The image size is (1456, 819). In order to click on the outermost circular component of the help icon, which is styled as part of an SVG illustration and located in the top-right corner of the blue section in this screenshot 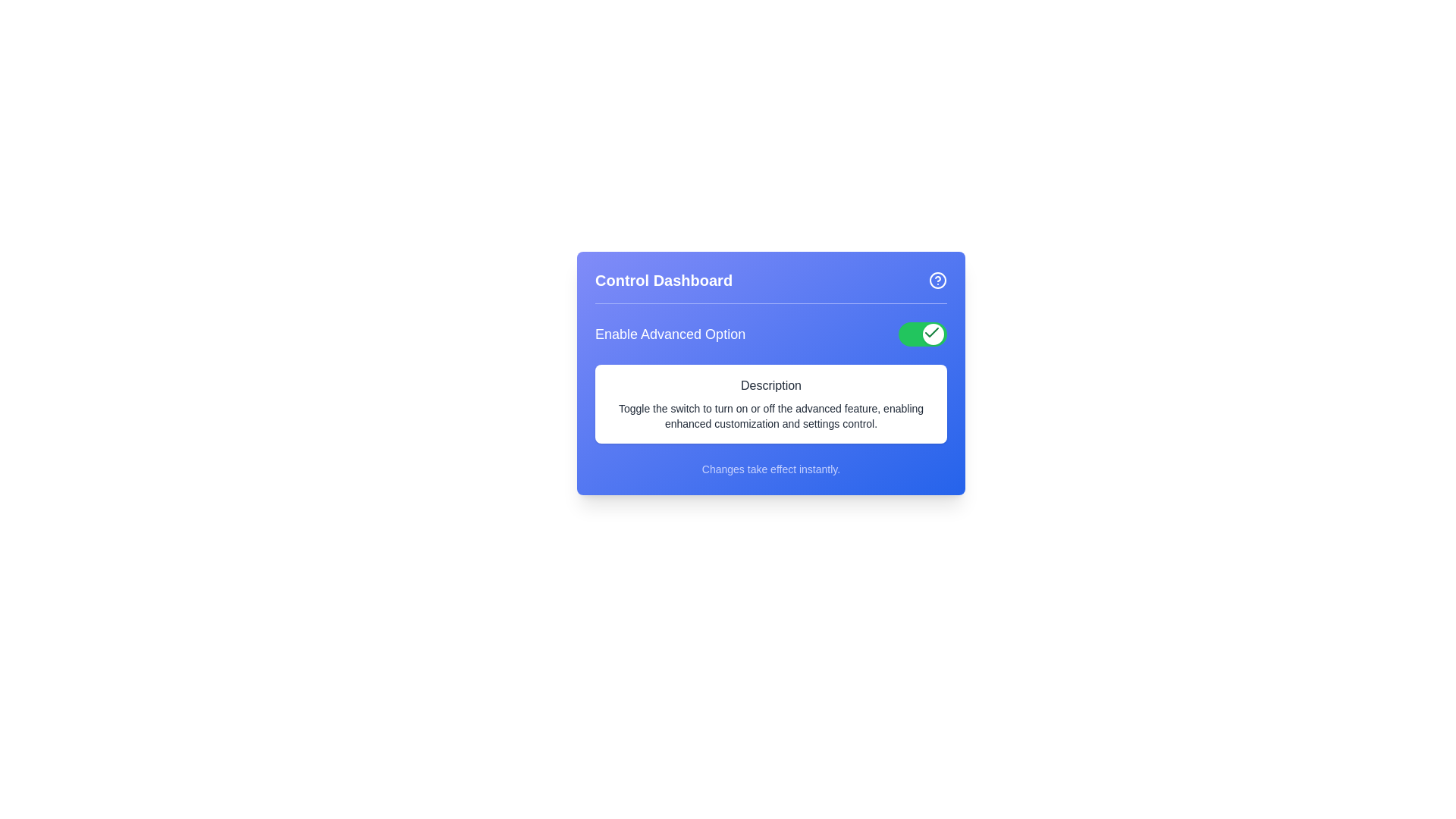, I will do `click(937, 281)`.